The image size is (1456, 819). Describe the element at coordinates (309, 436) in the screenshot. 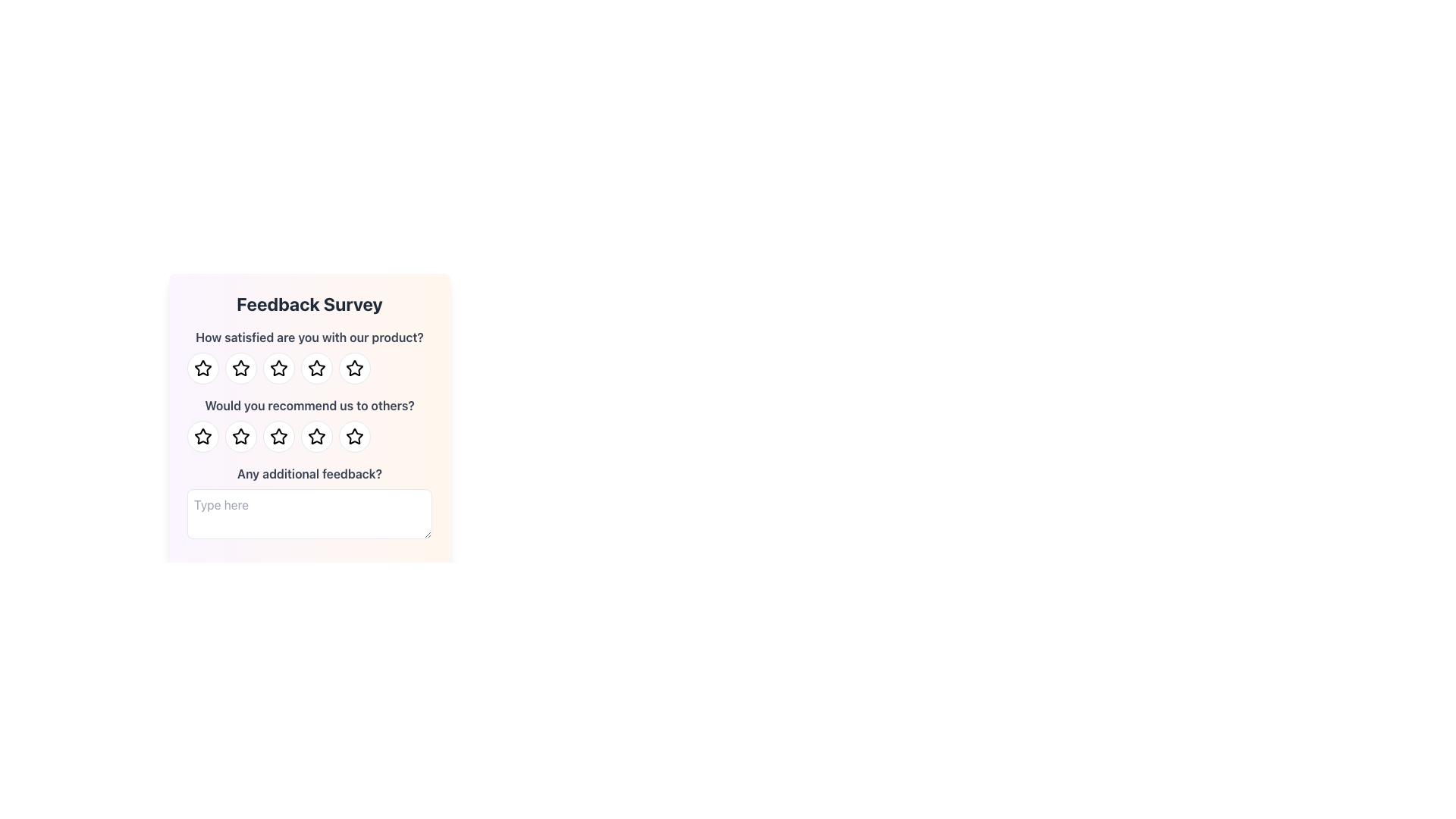

I see `the third star in the rating component` at that location.